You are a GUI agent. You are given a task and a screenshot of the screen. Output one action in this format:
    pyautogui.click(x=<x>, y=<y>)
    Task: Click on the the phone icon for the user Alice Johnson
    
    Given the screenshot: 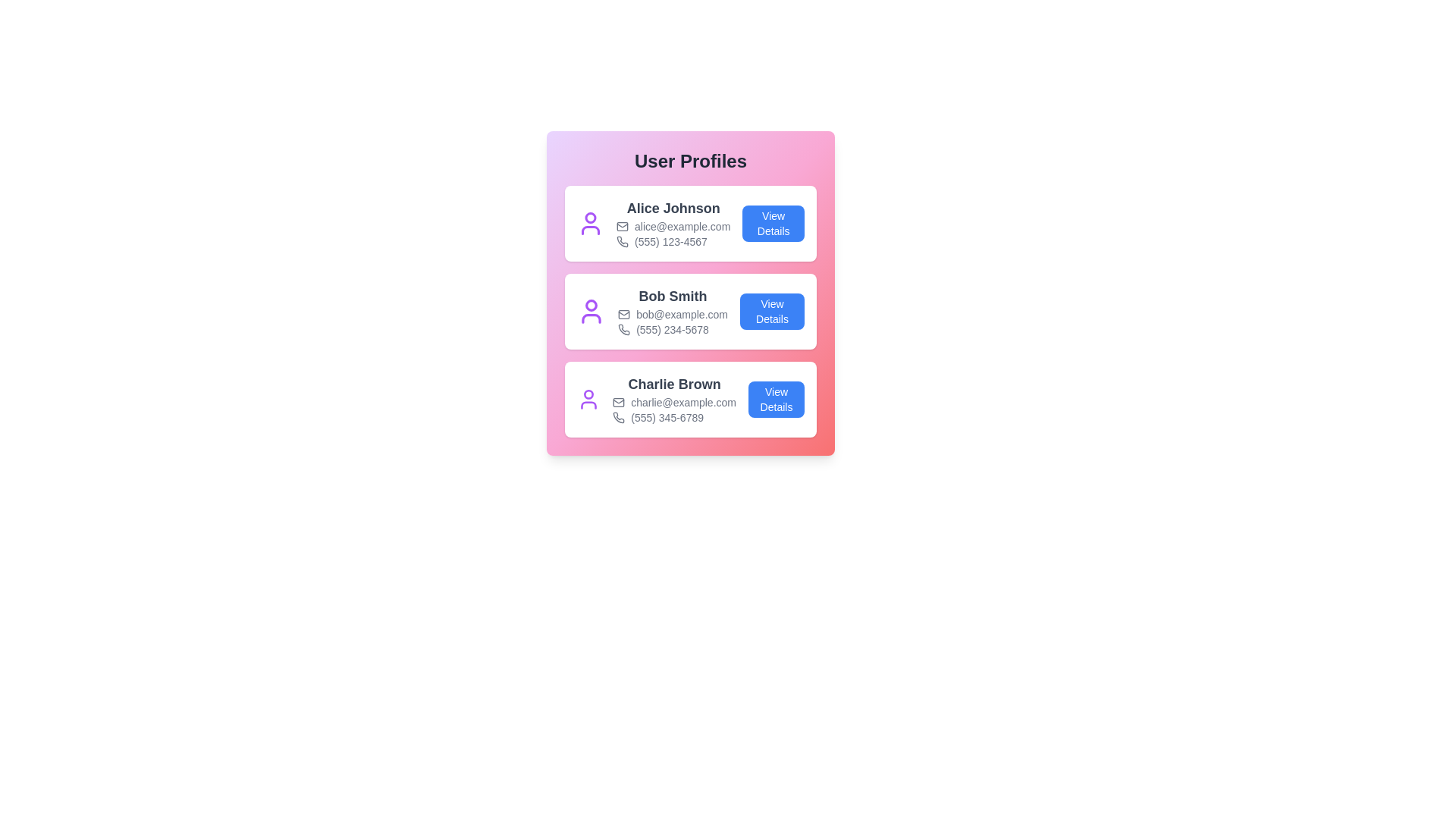 What is the action you would take?
    pyautogui.click(x=622, y=241)
    